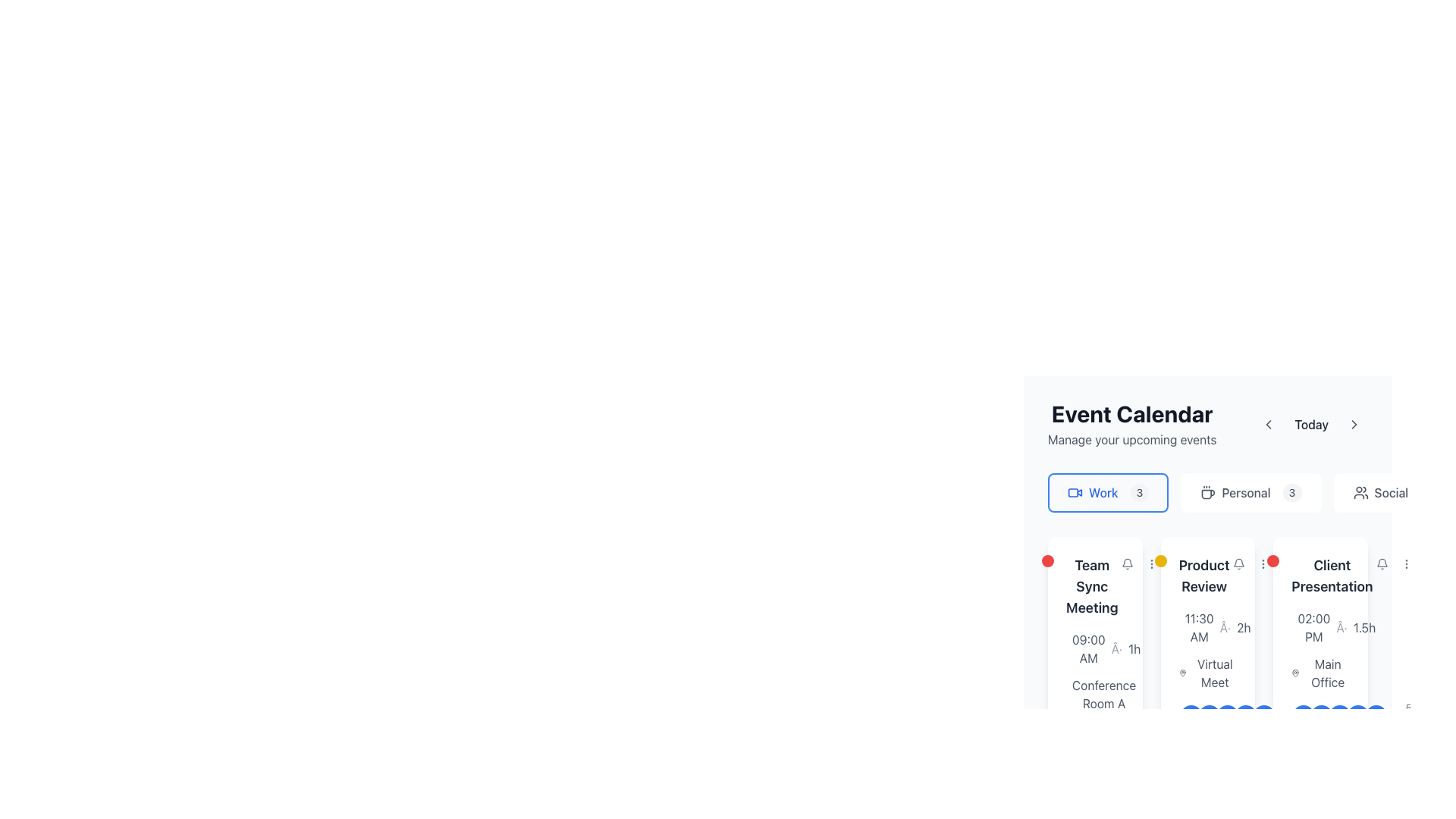 The width and height of the screenshot is (1456, 819). I want to click on the static label displaying 'Today', which is centrally positioned between two arrow icons in the Event Calendar header, so click(1310, 424).